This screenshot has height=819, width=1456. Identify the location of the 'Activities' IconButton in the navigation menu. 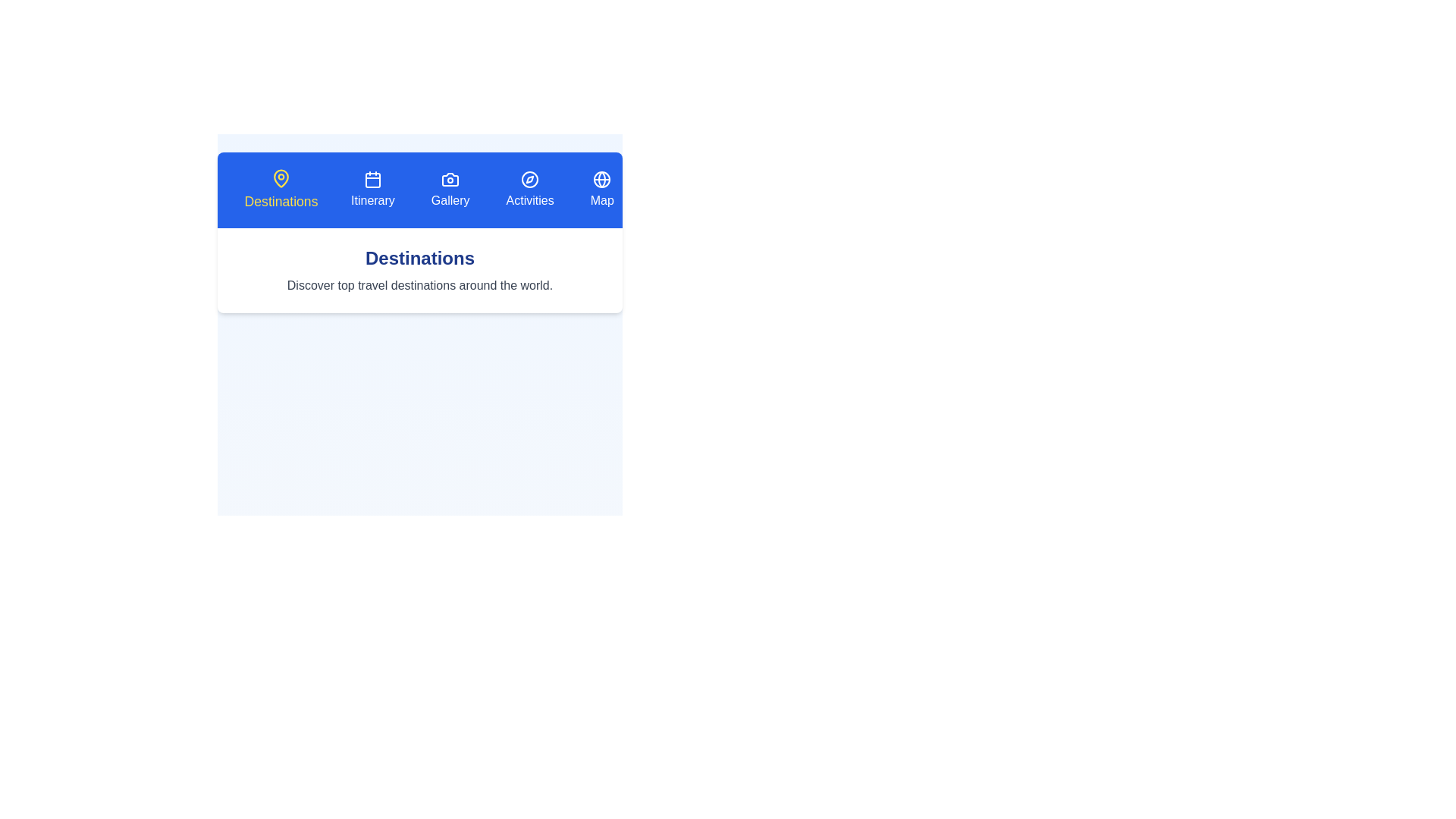
(530, 178).